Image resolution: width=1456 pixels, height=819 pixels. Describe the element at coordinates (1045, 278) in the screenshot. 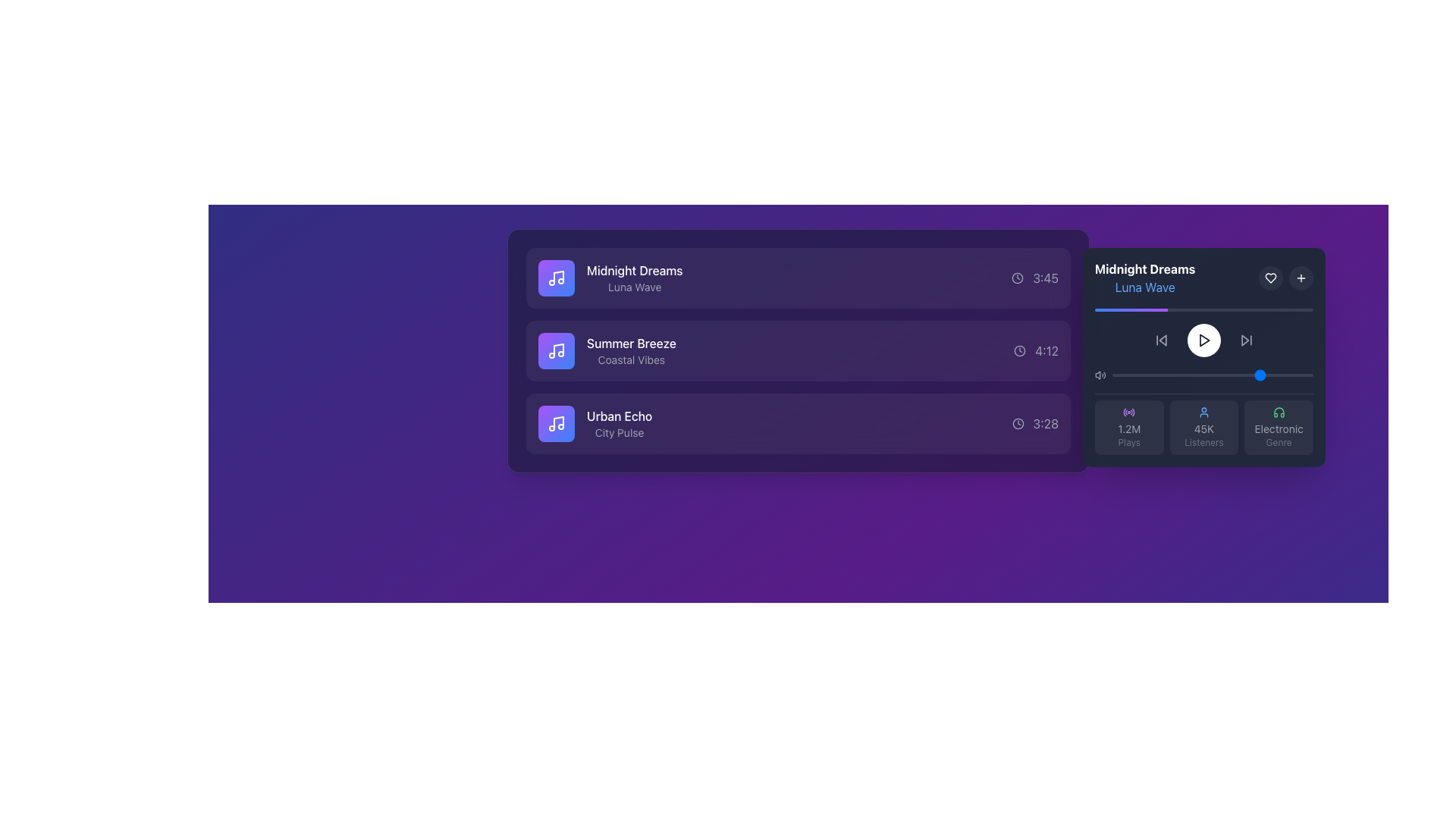

I see `the label displaying the time '3:45', which is light gray and located right after a clock icon in a horizontal list of items` at that location.